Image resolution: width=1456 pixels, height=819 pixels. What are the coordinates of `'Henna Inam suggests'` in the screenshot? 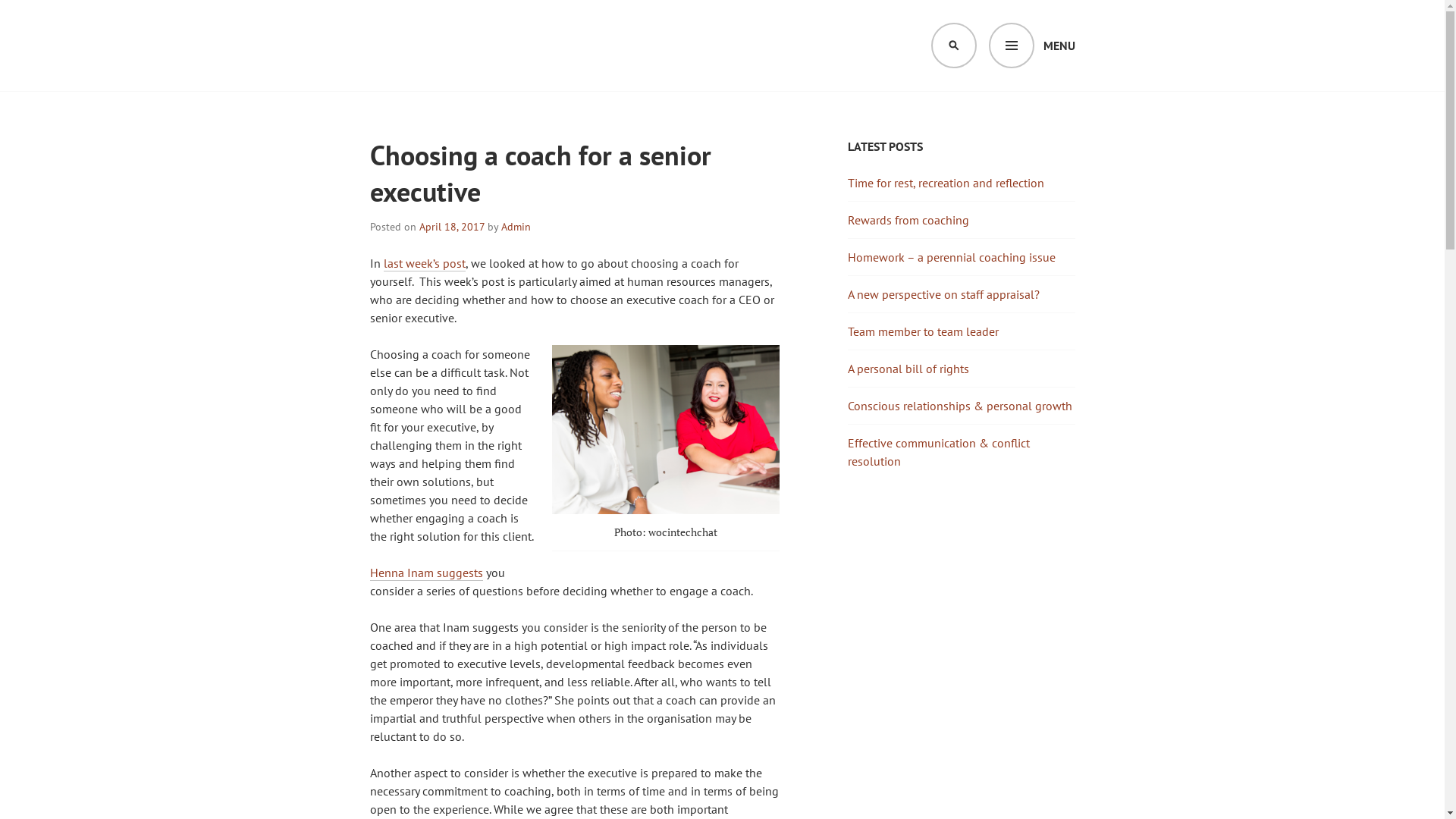 It's located at (425, 573).